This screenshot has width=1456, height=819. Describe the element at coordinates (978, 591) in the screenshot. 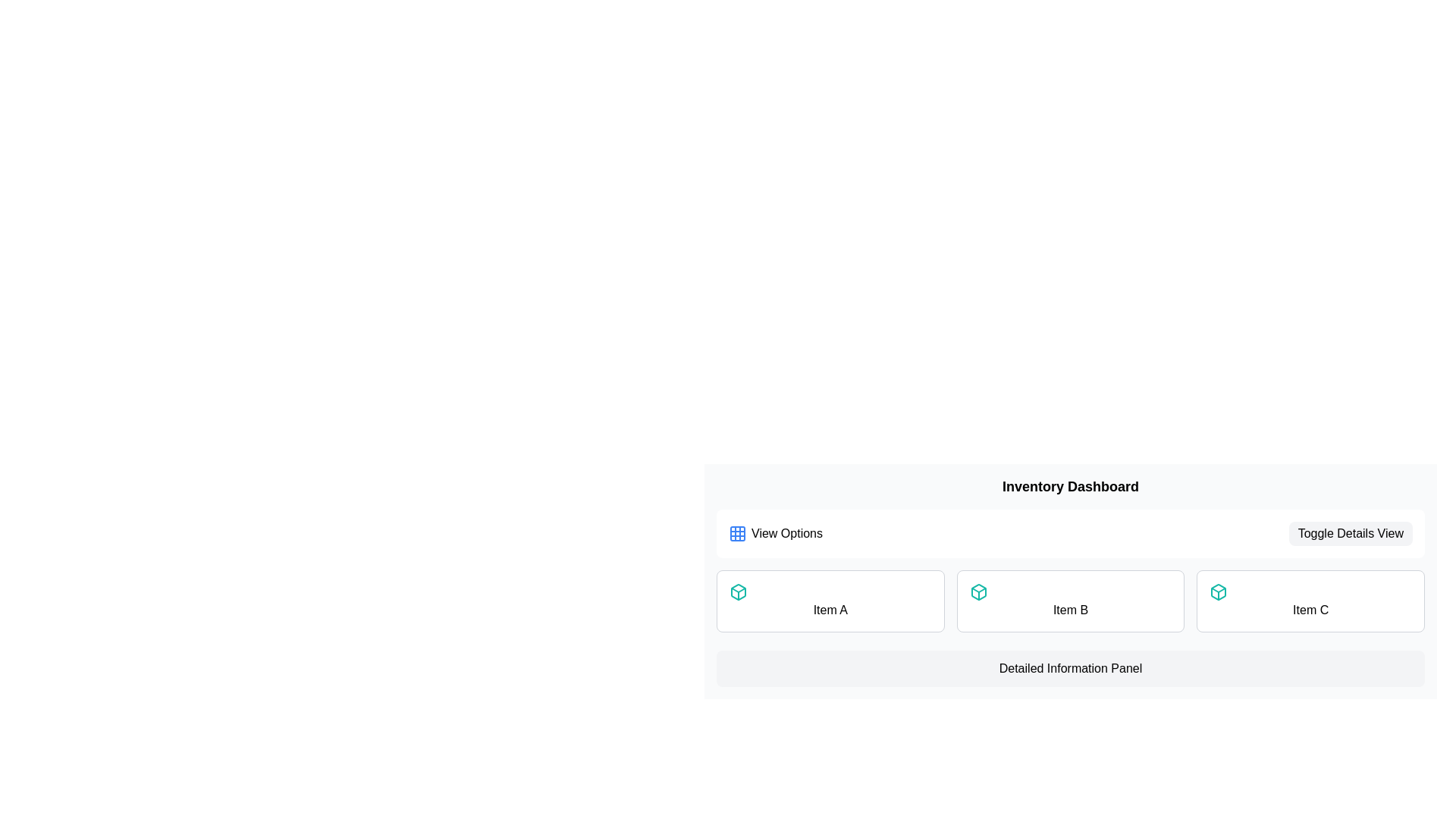

I see `the teal-colored icon resembling a box or cube located above the 'Item B' label` at that location.